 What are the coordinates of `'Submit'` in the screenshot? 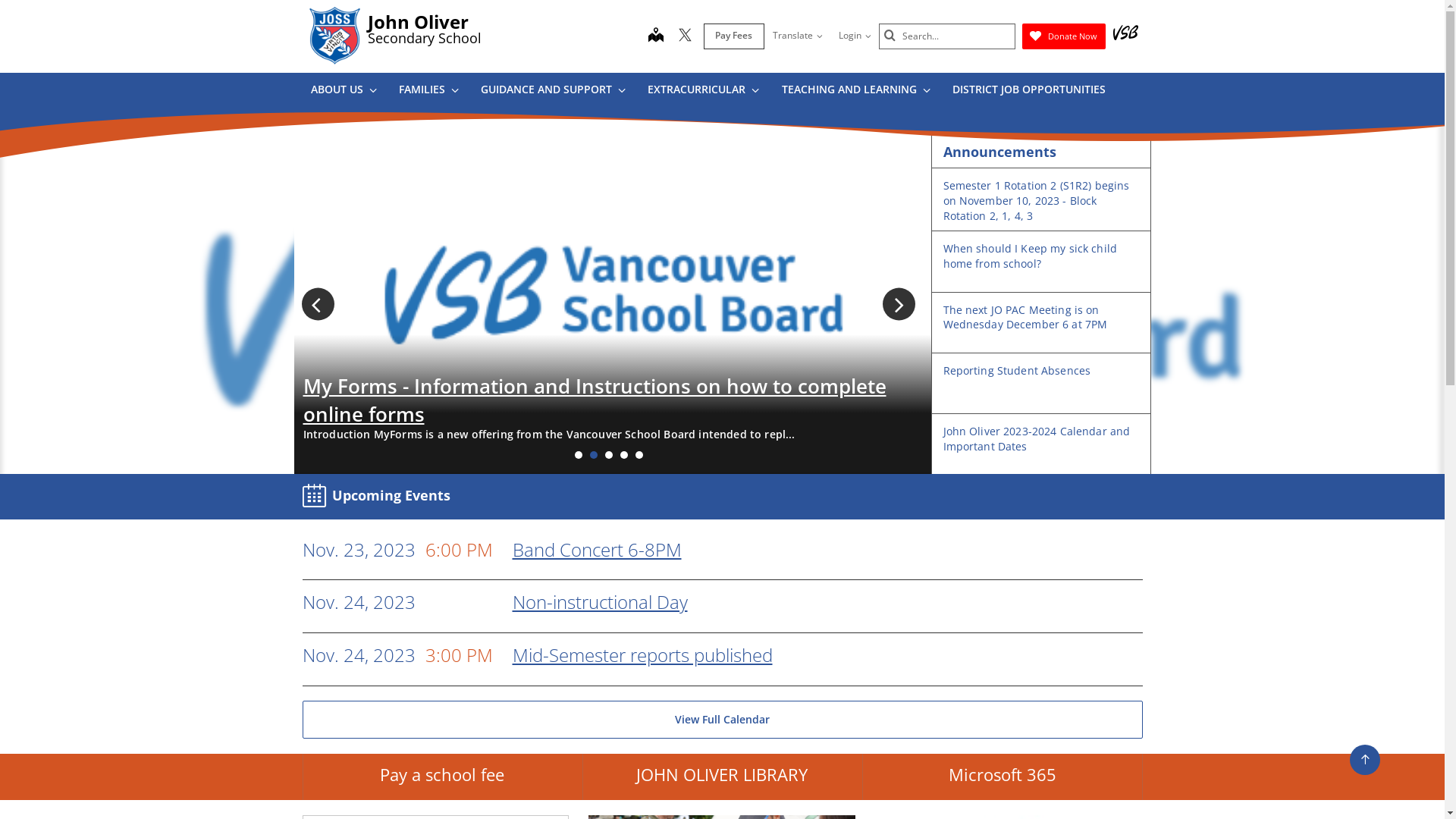 It's located at (884, 35).